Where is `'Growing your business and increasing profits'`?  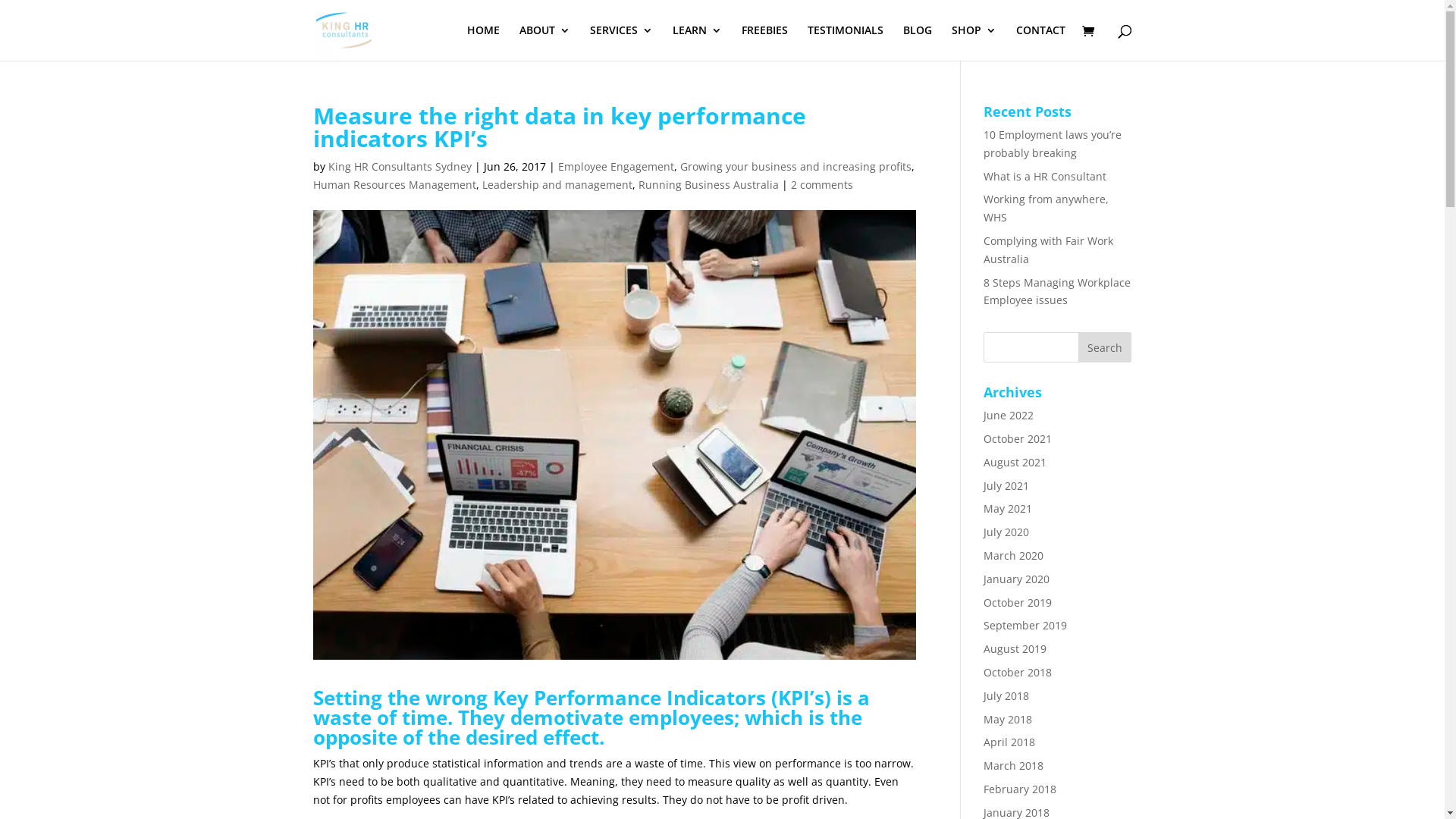 'Growing your business and increasing profits' is located at coordinates (794, 166).